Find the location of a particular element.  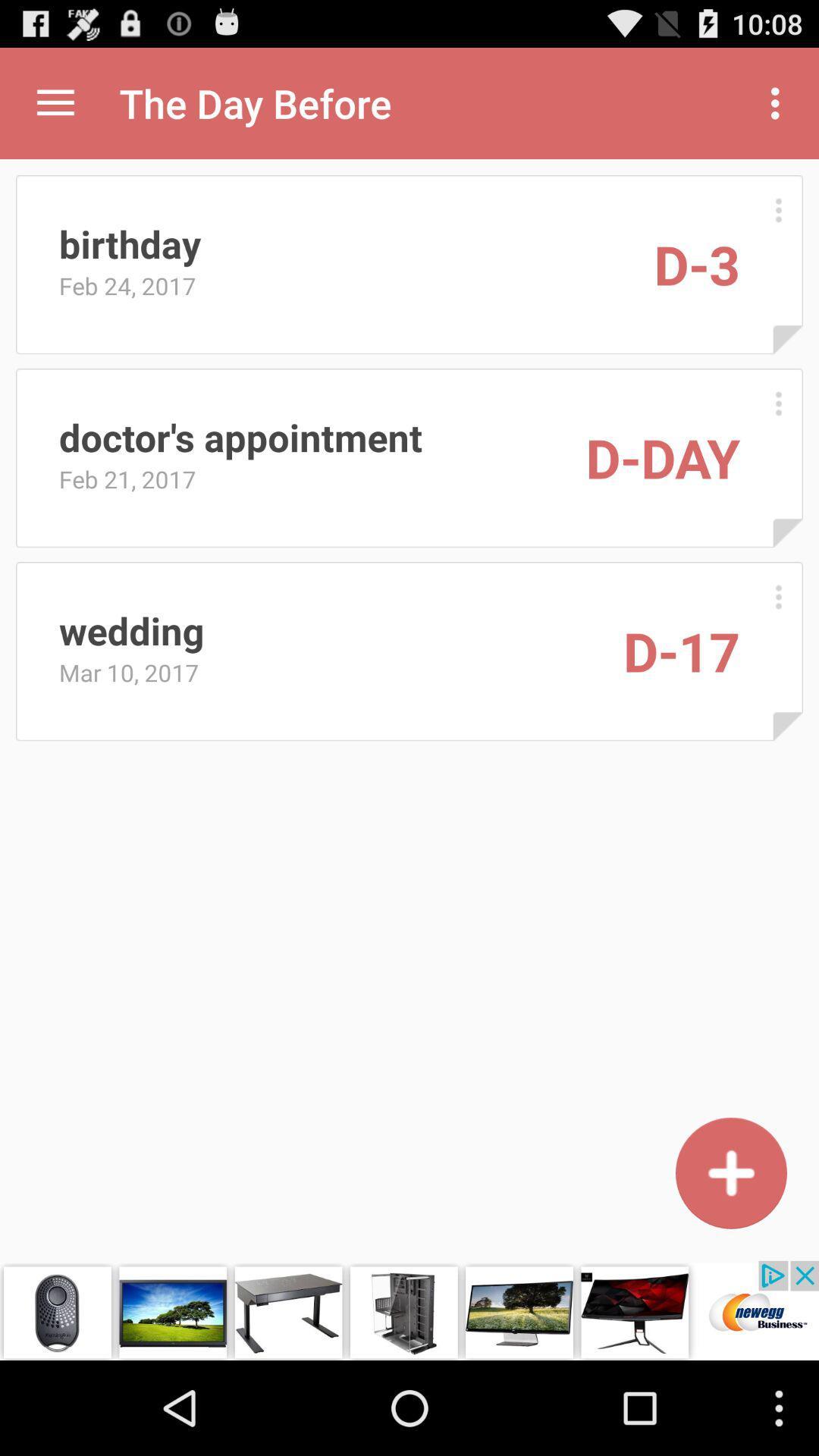

open details is located at coordinates (778, 403).